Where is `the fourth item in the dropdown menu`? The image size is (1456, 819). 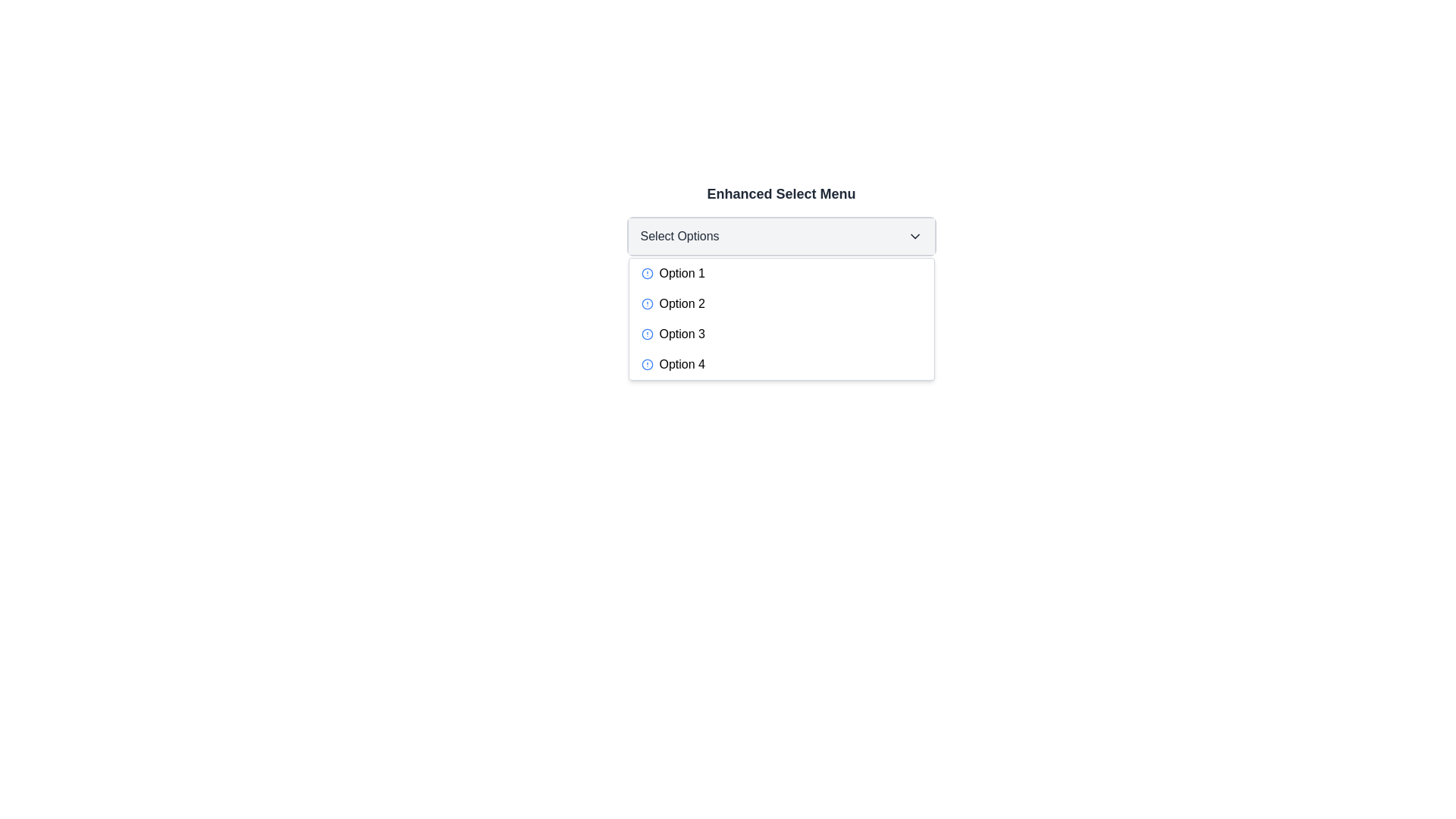 the fourth item in the dropdown menu is located at coordinates (672, 365).